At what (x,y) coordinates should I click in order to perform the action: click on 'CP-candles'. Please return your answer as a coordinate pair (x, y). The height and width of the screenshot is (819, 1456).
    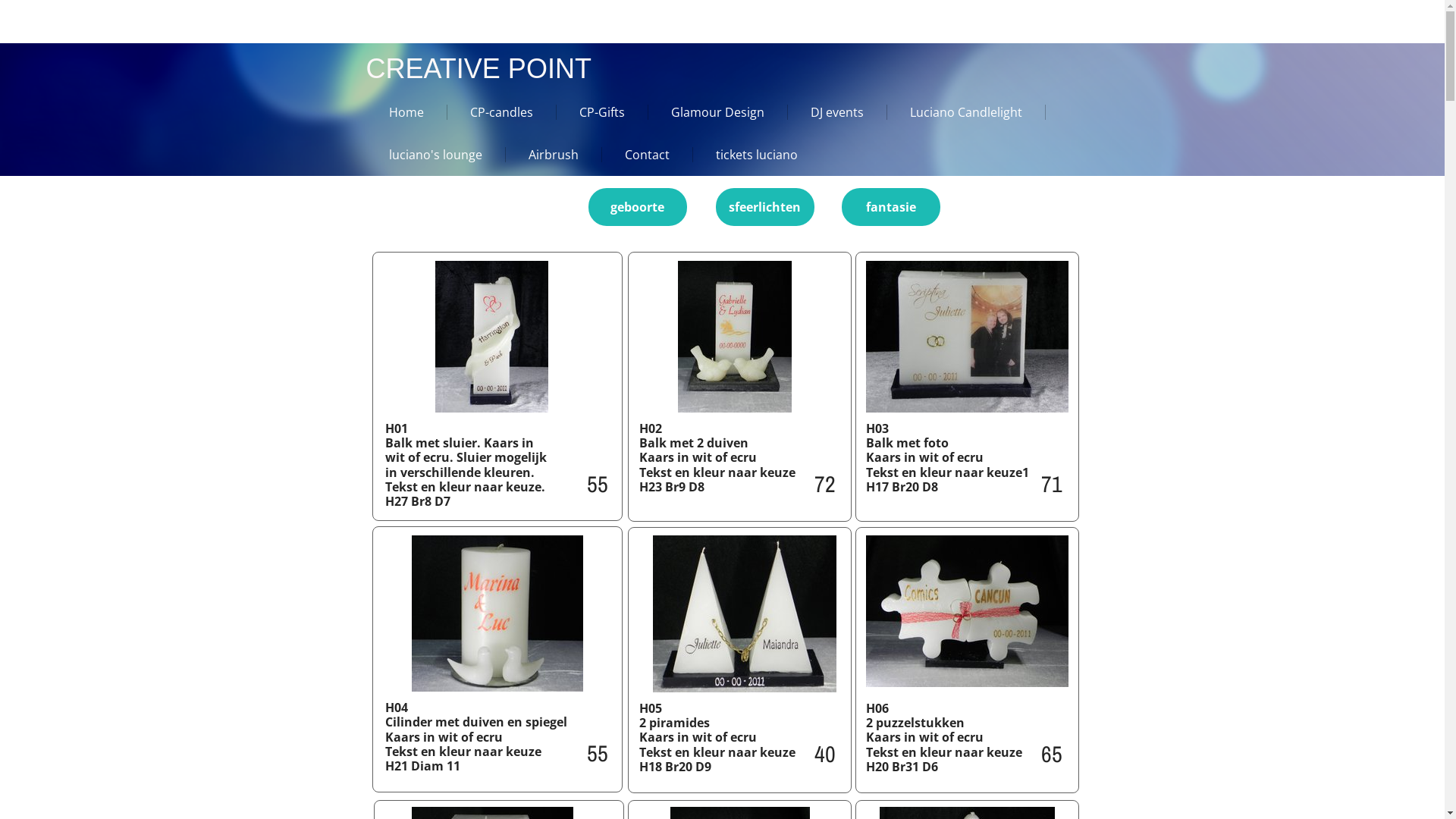
    Looking at the image, I should click on (491, 111).